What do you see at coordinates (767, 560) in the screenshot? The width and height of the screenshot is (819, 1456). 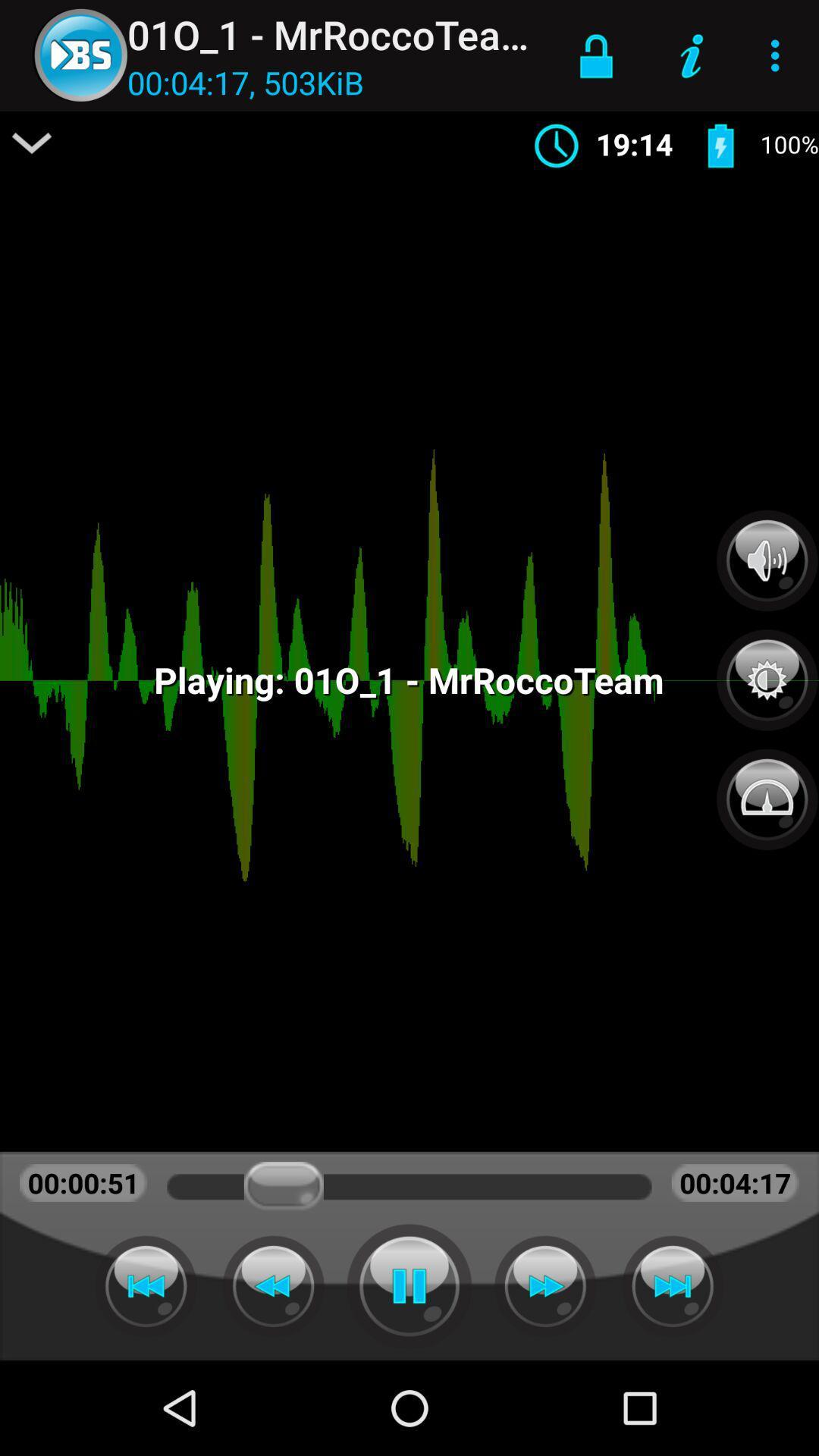 I see `volume` at bounding box center [767, 560].